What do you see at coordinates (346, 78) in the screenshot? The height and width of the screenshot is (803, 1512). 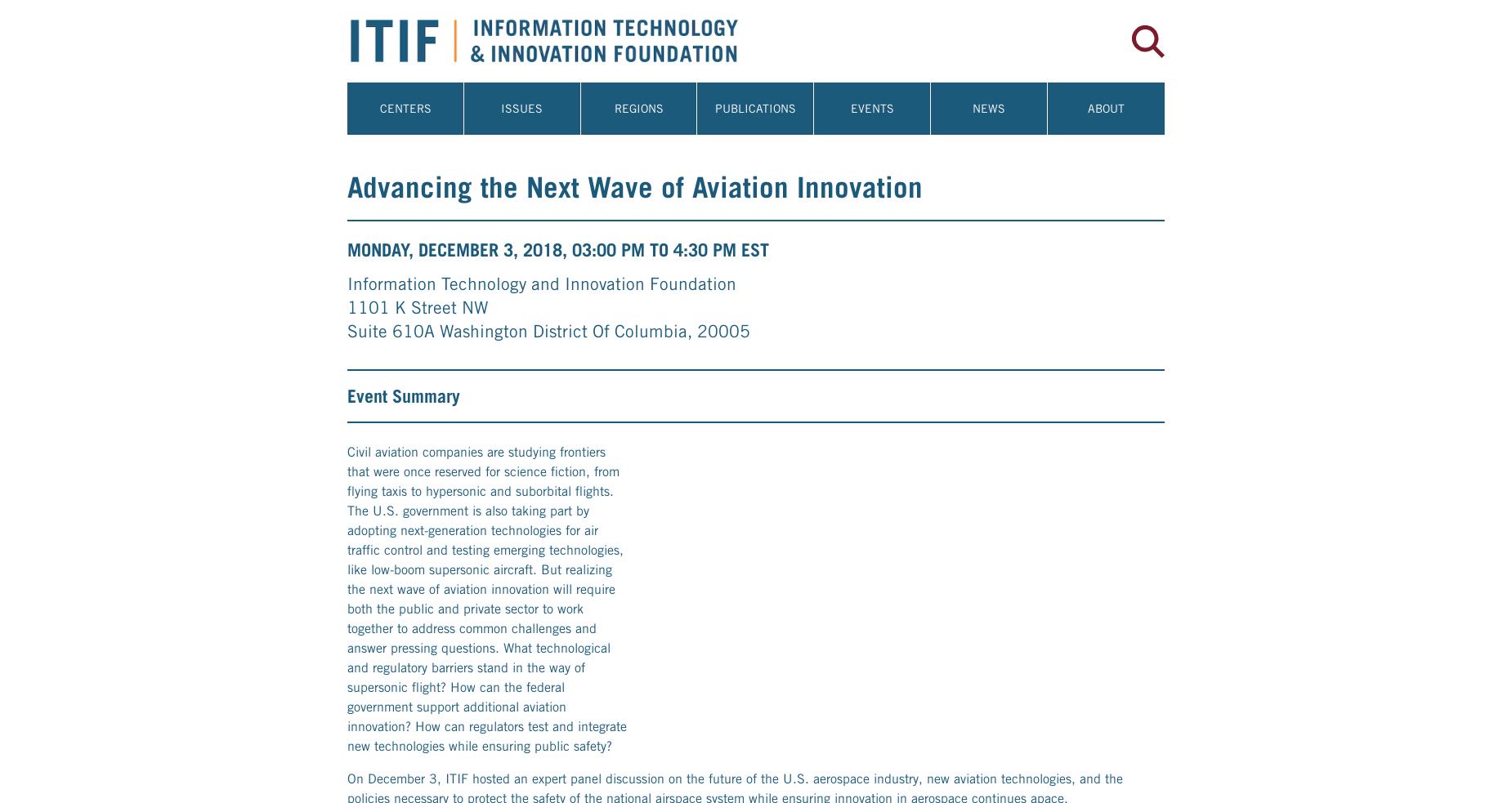 I see `'Alan McQuinn, Senior Policy Analyst at ITIF, opened the event. He explained that airplanes today aren’t that different from airplanes a few decades ago, and he noted that there is great opportunity for innovation in air travel.'` at bounding box center [346, 78].